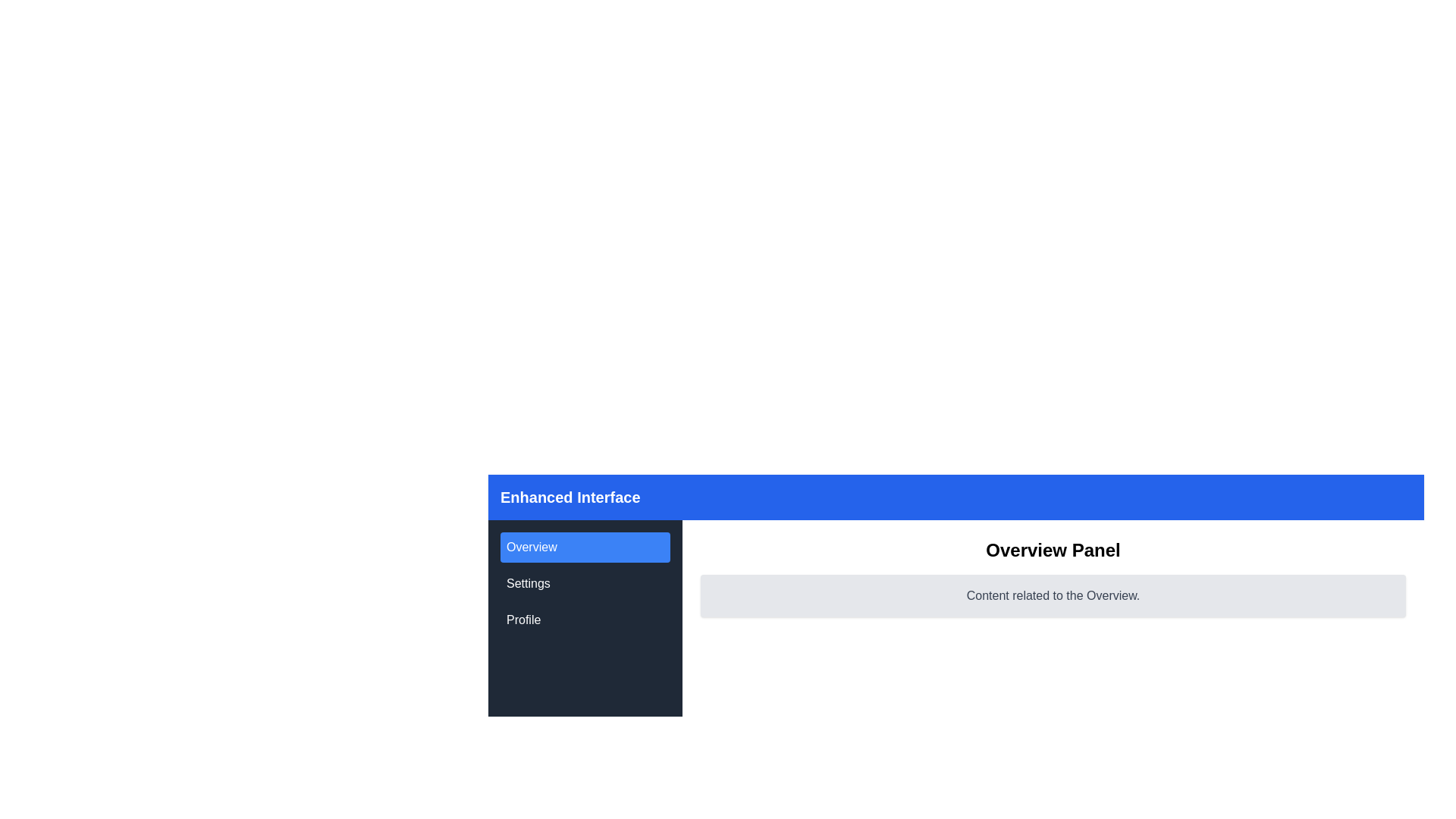 This screenshot has height=819, width=1456. I want to click on the 'Profile' button located in the left sidebar under 'Settings' and below 'Overview', so click(585, 620).